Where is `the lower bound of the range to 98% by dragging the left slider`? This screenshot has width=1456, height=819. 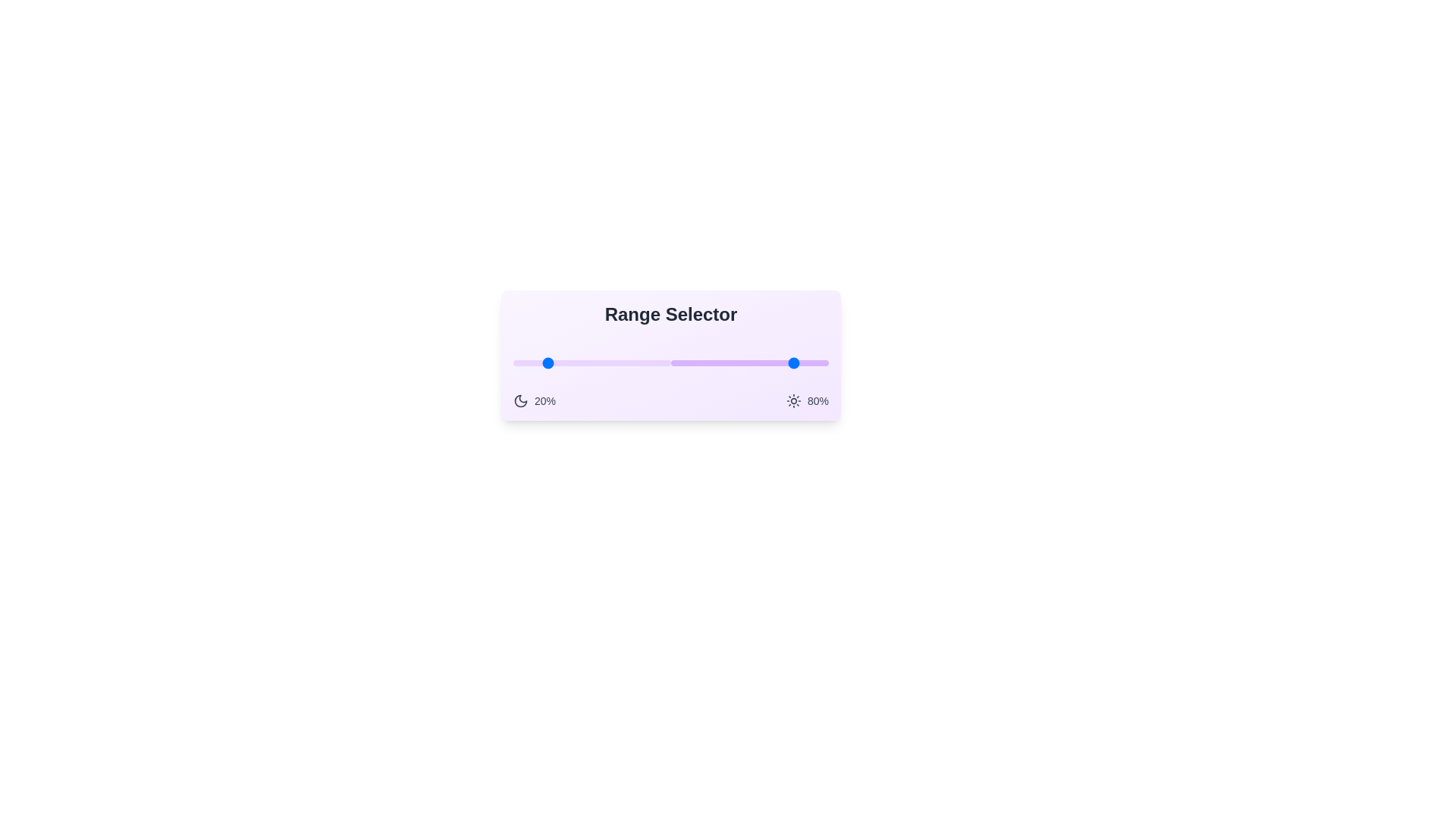
the lower bound of the range to 98% by dragging the left slider is located at coordinates (667, 362).